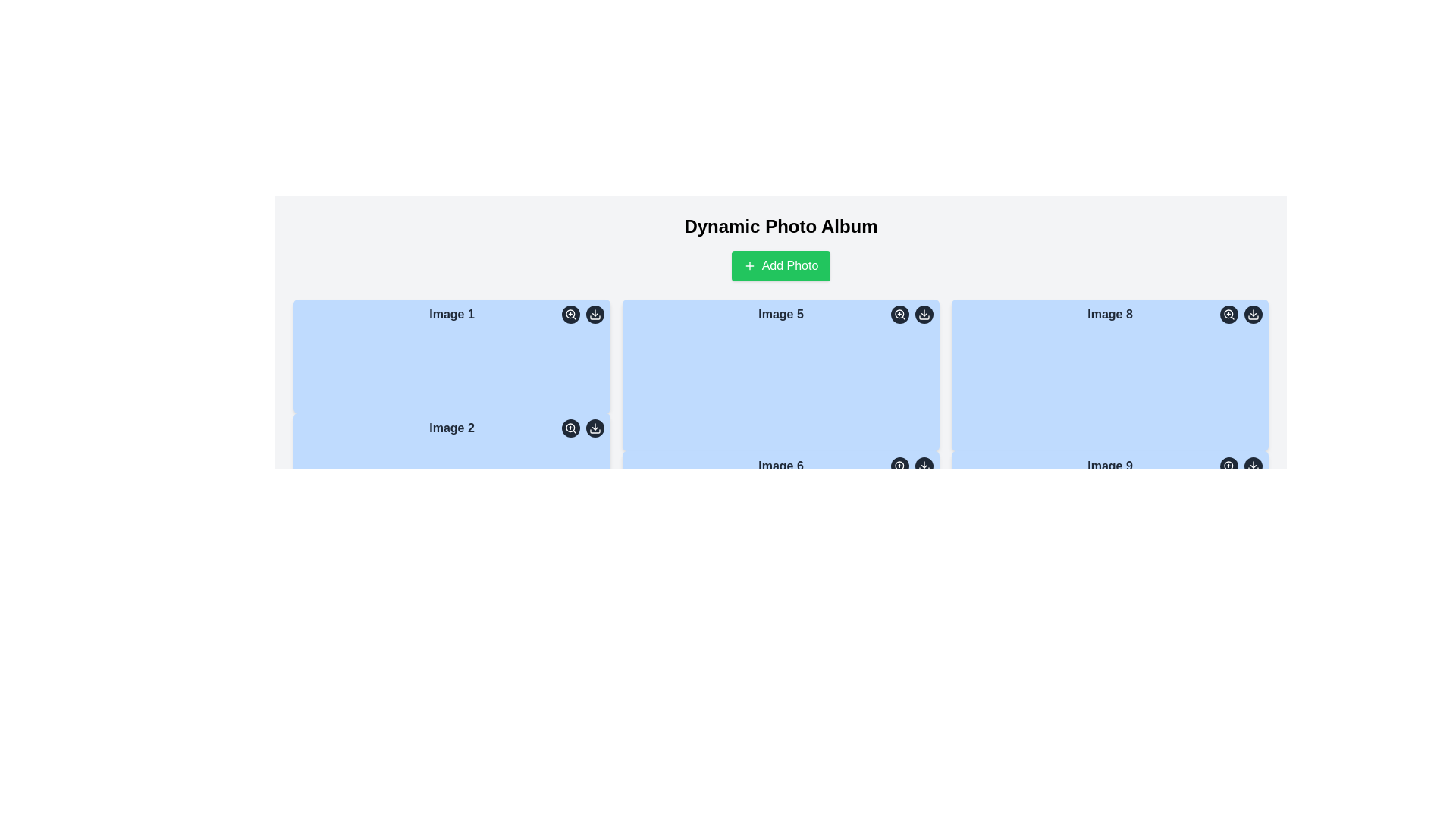 The width and height of the screenshot is (1456, 819). Describe the element at coordinates (595, 428) in the screenshot. I see `the download button located at the top-right corner of the cell containing 'Image 2' to initiate the download` at that location.